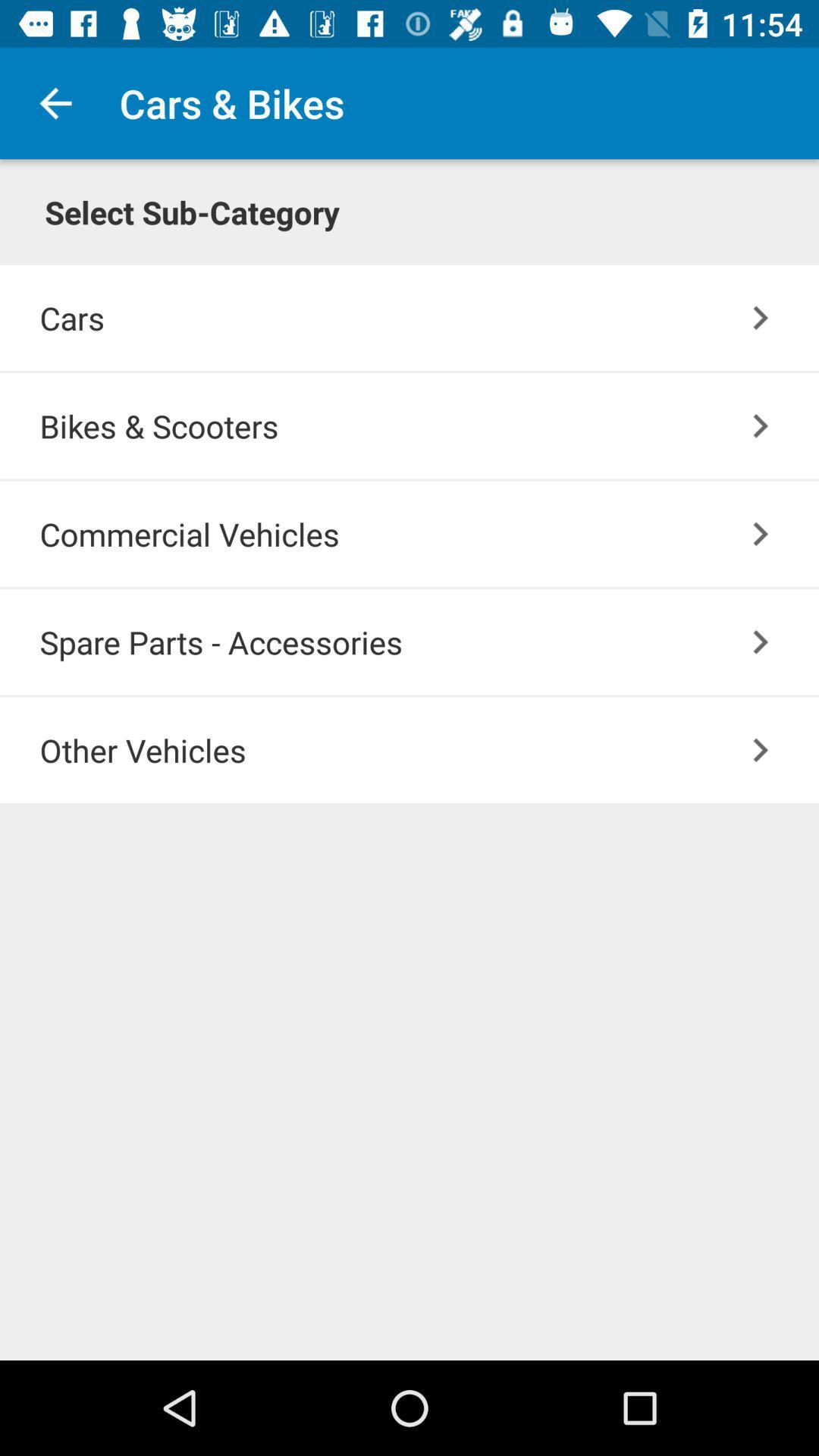  I want to click on icon above select sub-category icon, so click(55, 102).